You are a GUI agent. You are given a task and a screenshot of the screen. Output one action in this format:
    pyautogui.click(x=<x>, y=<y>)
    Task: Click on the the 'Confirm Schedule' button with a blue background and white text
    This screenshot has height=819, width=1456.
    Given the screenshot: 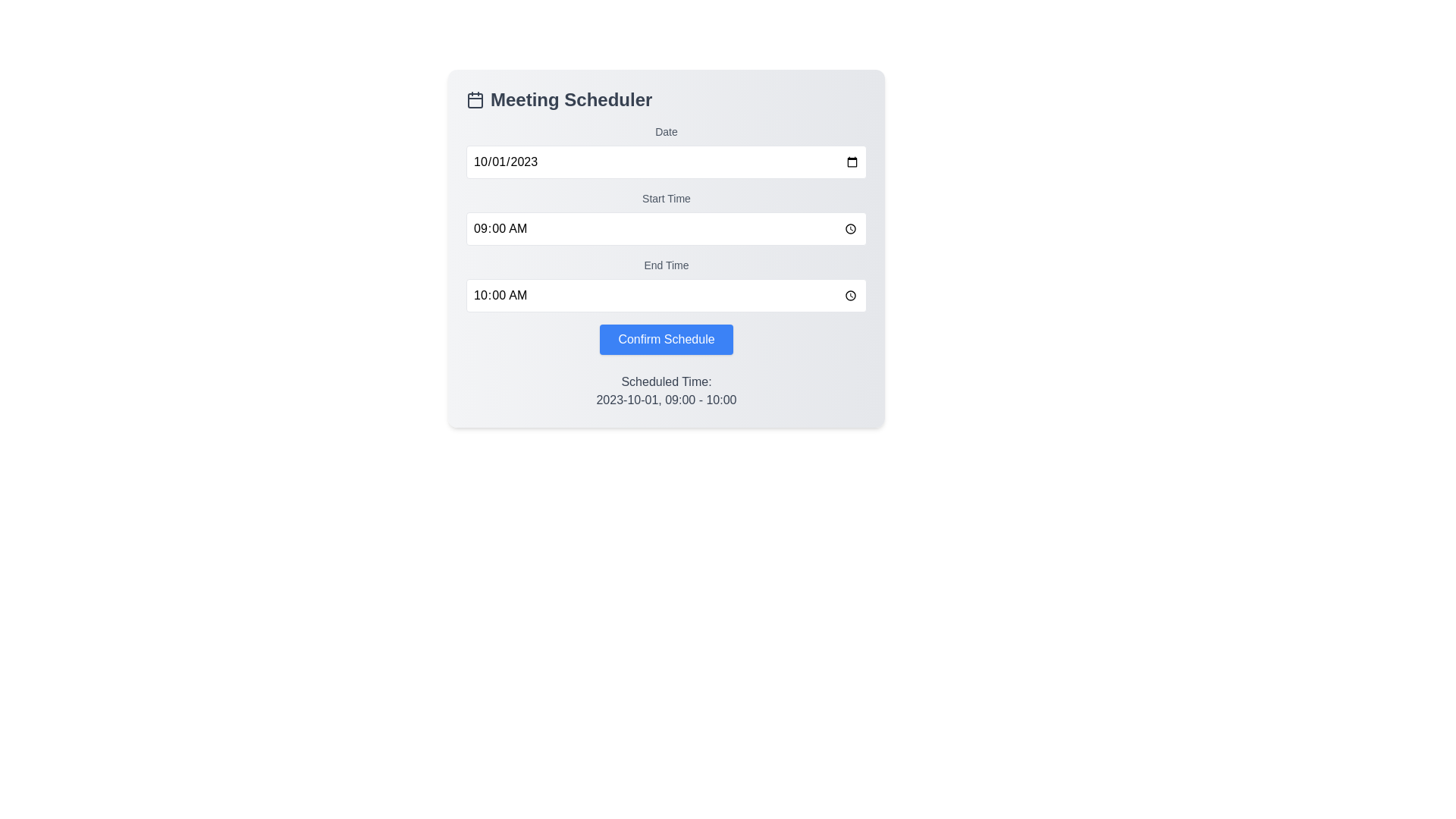 What is the action you would take?
    pyautogui.click(x=666, y=338)
    